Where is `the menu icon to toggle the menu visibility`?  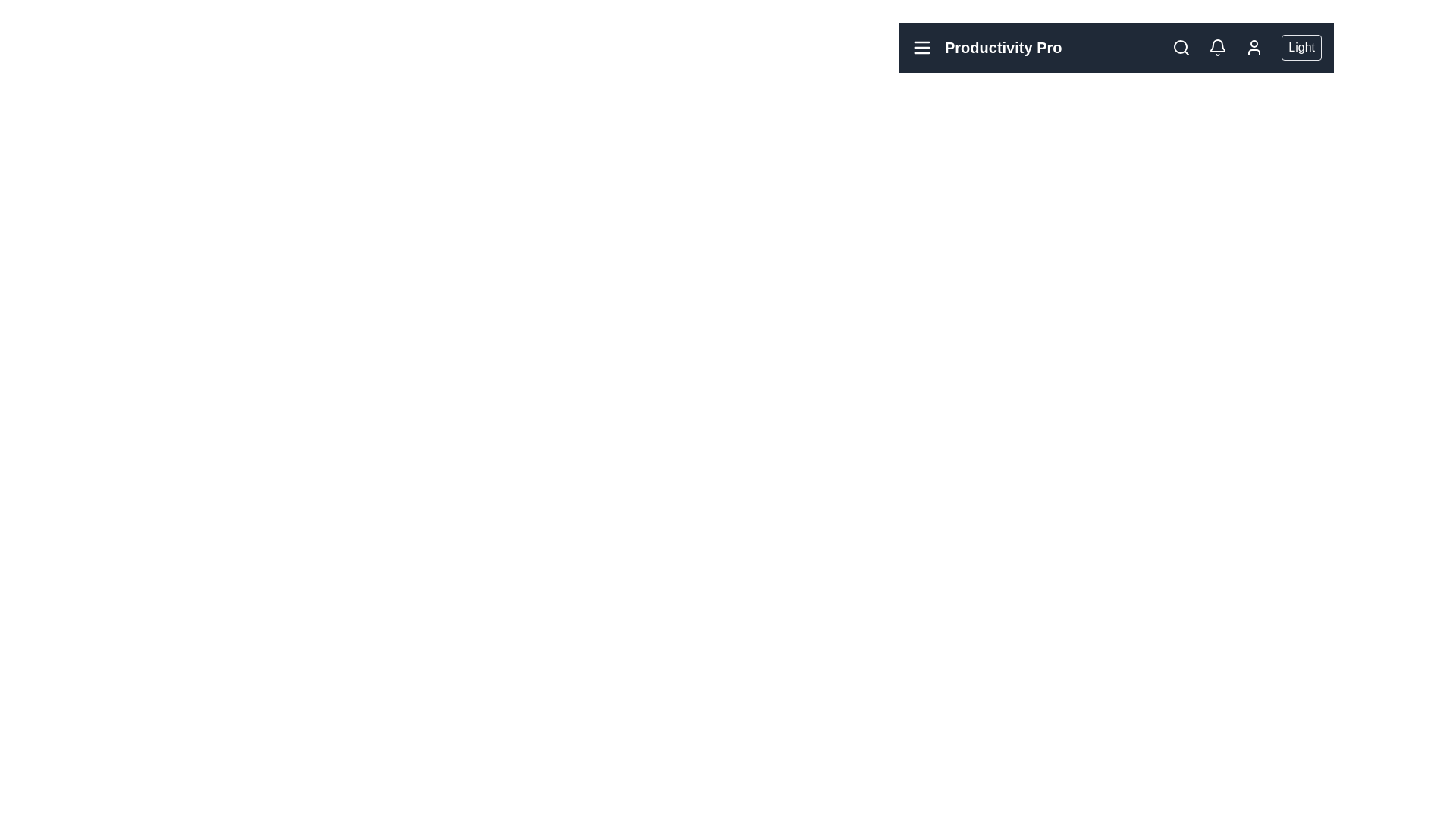 the menu icon to toggle the menu visibility is located at coordinates (921, 46).